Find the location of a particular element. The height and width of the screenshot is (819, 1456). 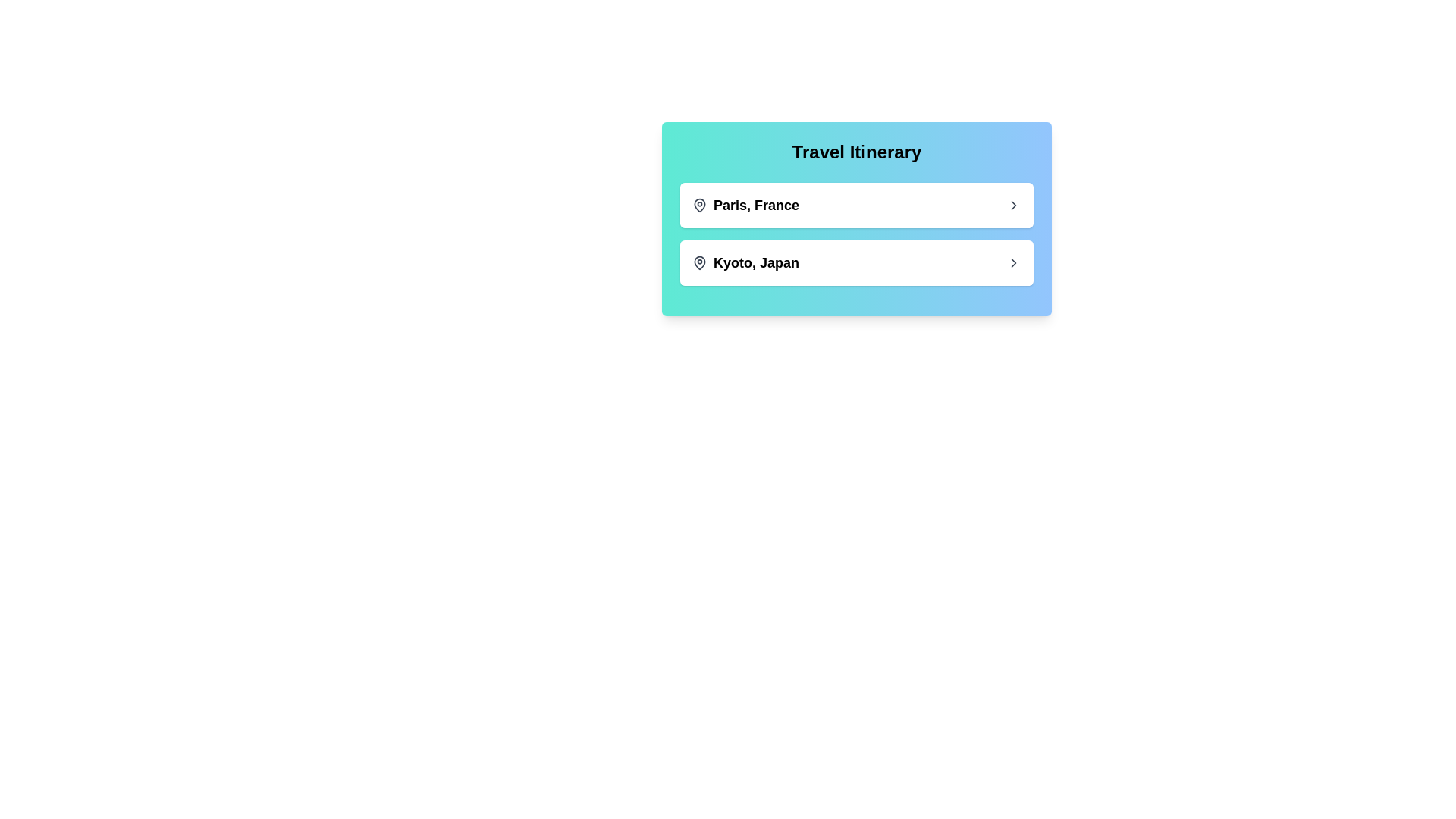

the chevron icon button located at the far right of the entry displaying 'Paris, France' is located at coordinates (1014, 205).